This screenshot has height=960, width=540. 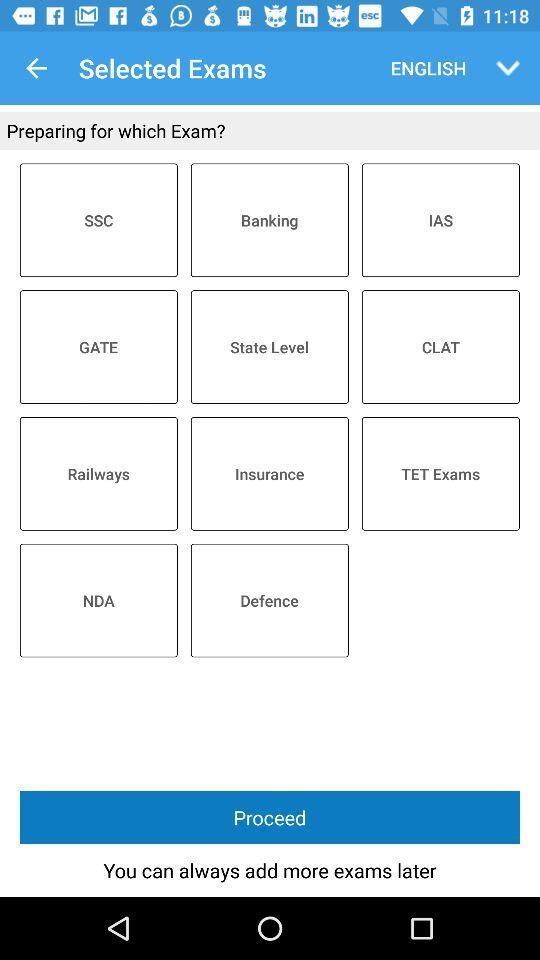 I want to click on proceed icon, so click(x=270, y=817).